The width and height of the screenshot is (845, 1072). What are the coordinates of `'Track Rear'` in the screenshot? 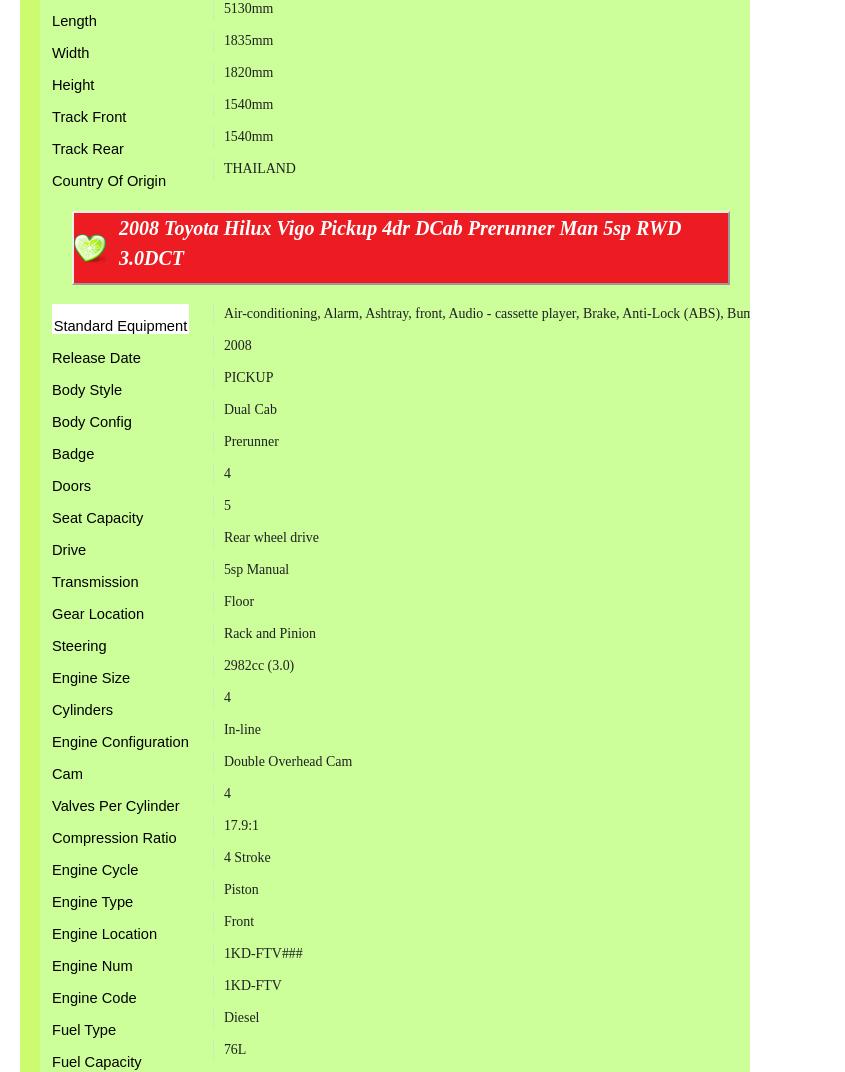 It's located at (50, 148).